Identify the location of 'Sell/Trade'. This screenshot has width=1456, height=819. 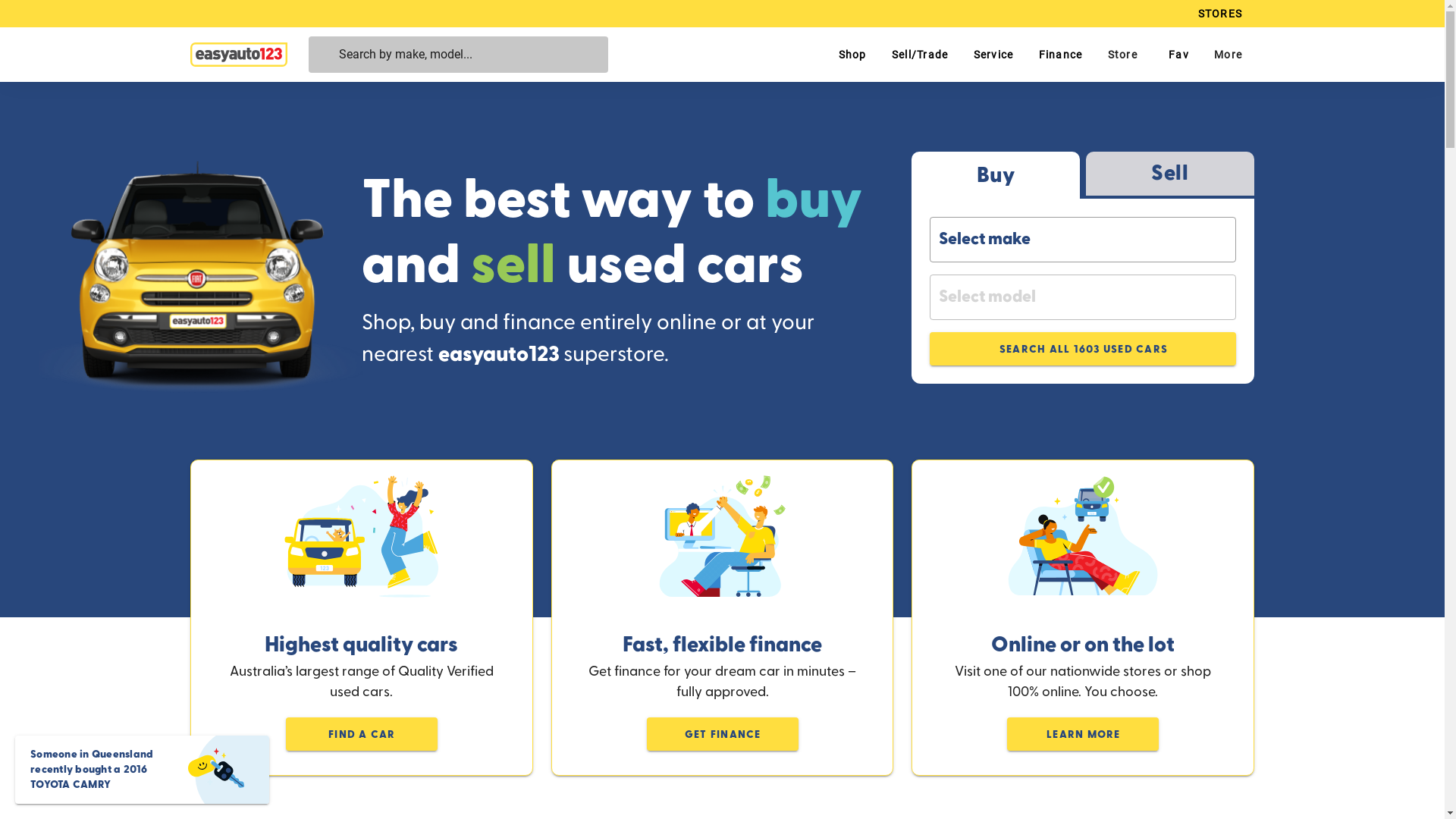
(919, 54).